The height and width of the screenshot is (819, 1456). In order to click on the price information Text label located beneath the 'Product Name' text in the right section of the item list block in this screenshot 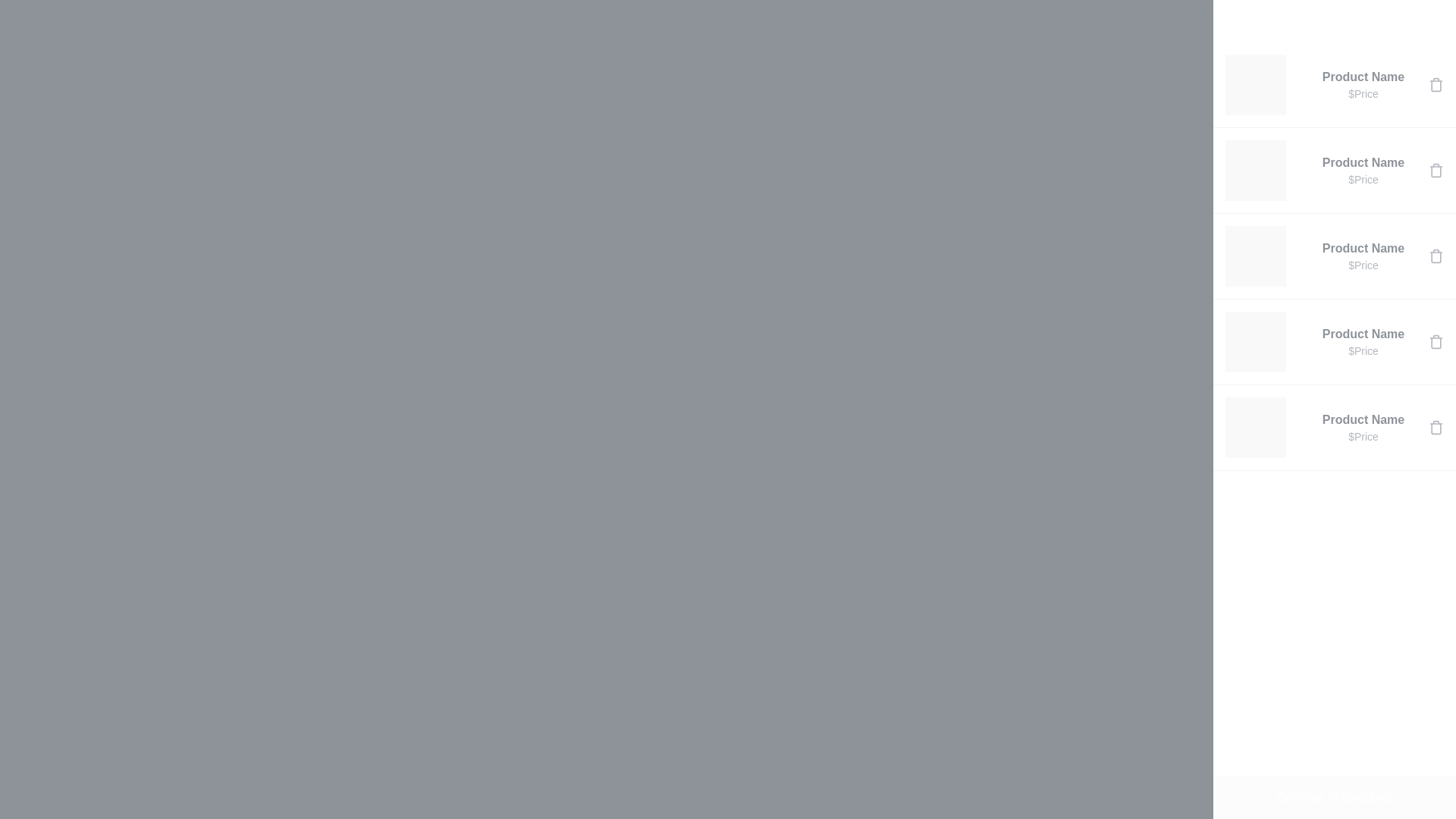, I will do `click(1363, 93)`.